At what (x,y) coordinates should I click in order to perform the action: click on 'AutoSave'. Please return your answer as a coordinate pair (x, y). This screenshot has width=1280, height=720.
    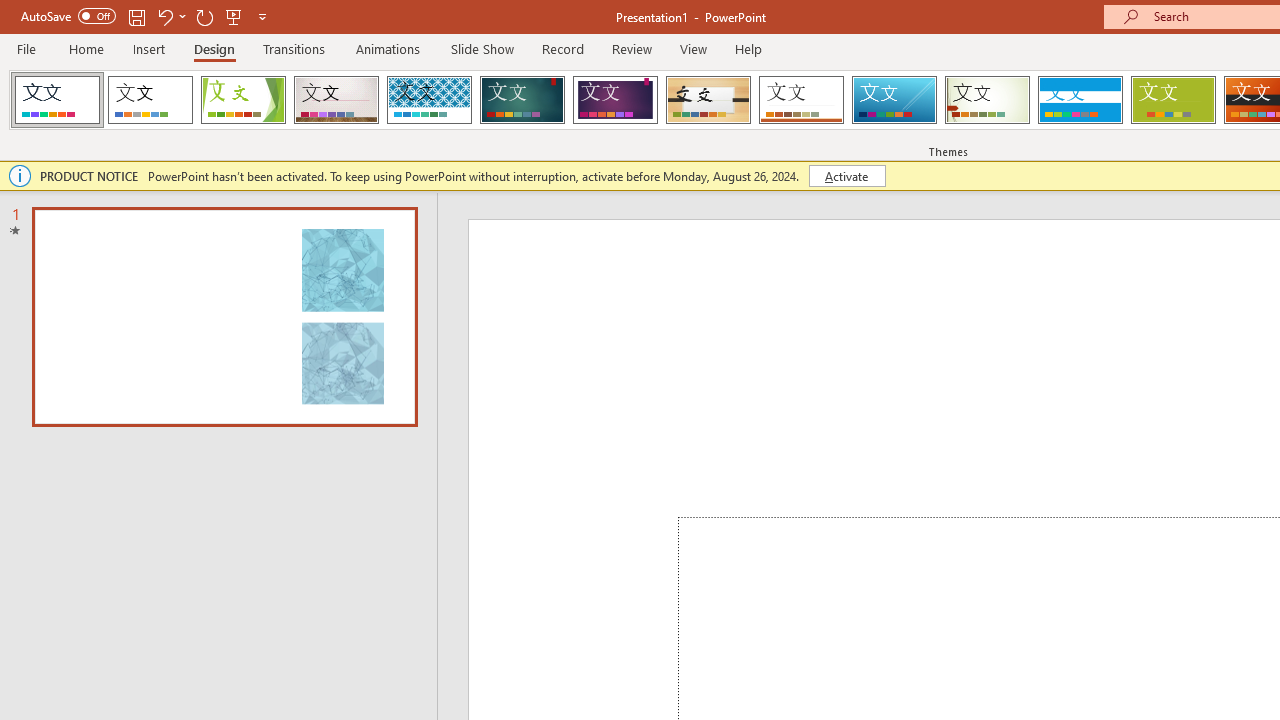
    Looking at the image, I should click on (68, 16).